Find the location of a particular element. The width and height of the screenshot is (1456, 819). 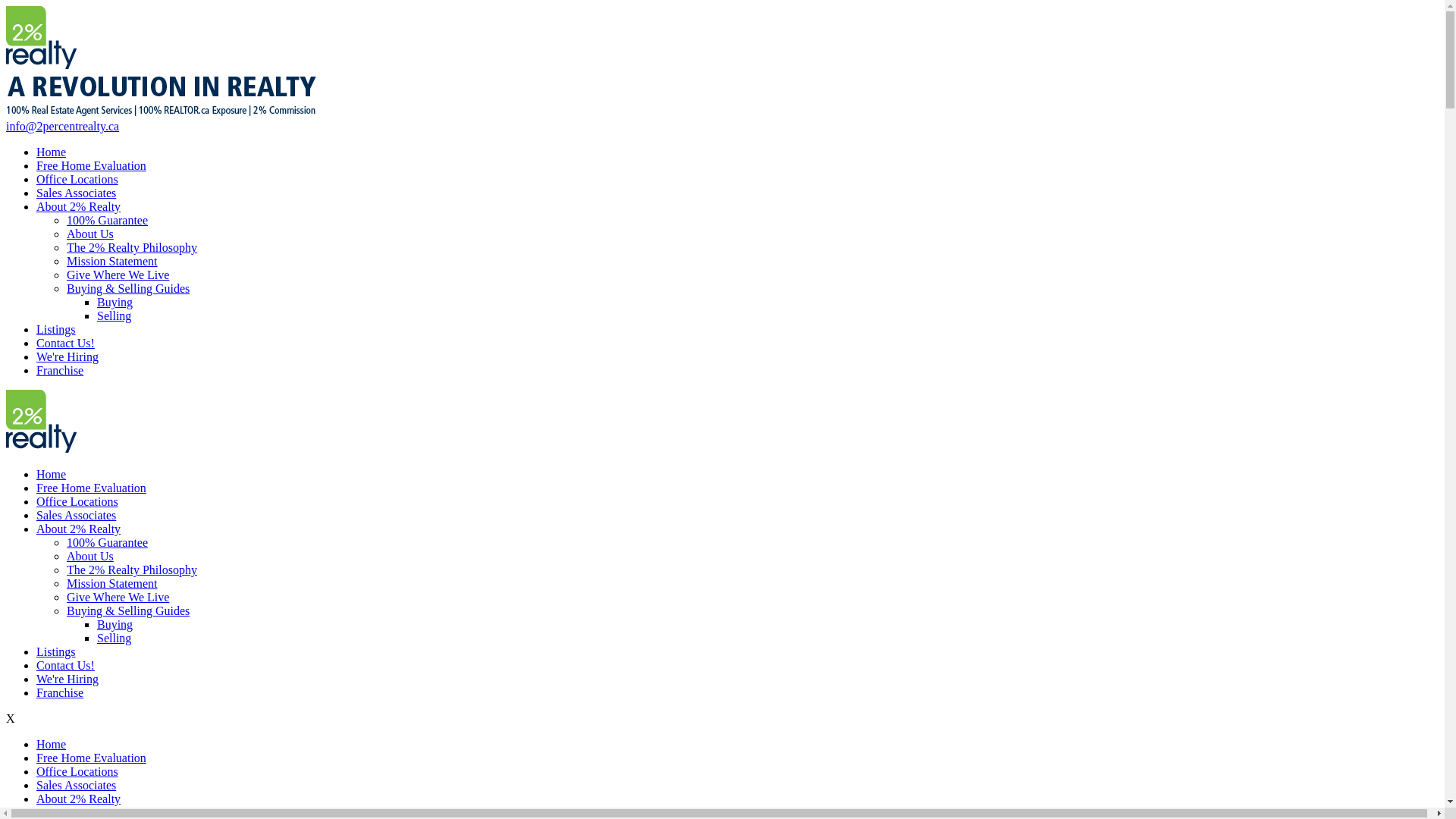

'Office Locations' is located at coordinates (76, 771).